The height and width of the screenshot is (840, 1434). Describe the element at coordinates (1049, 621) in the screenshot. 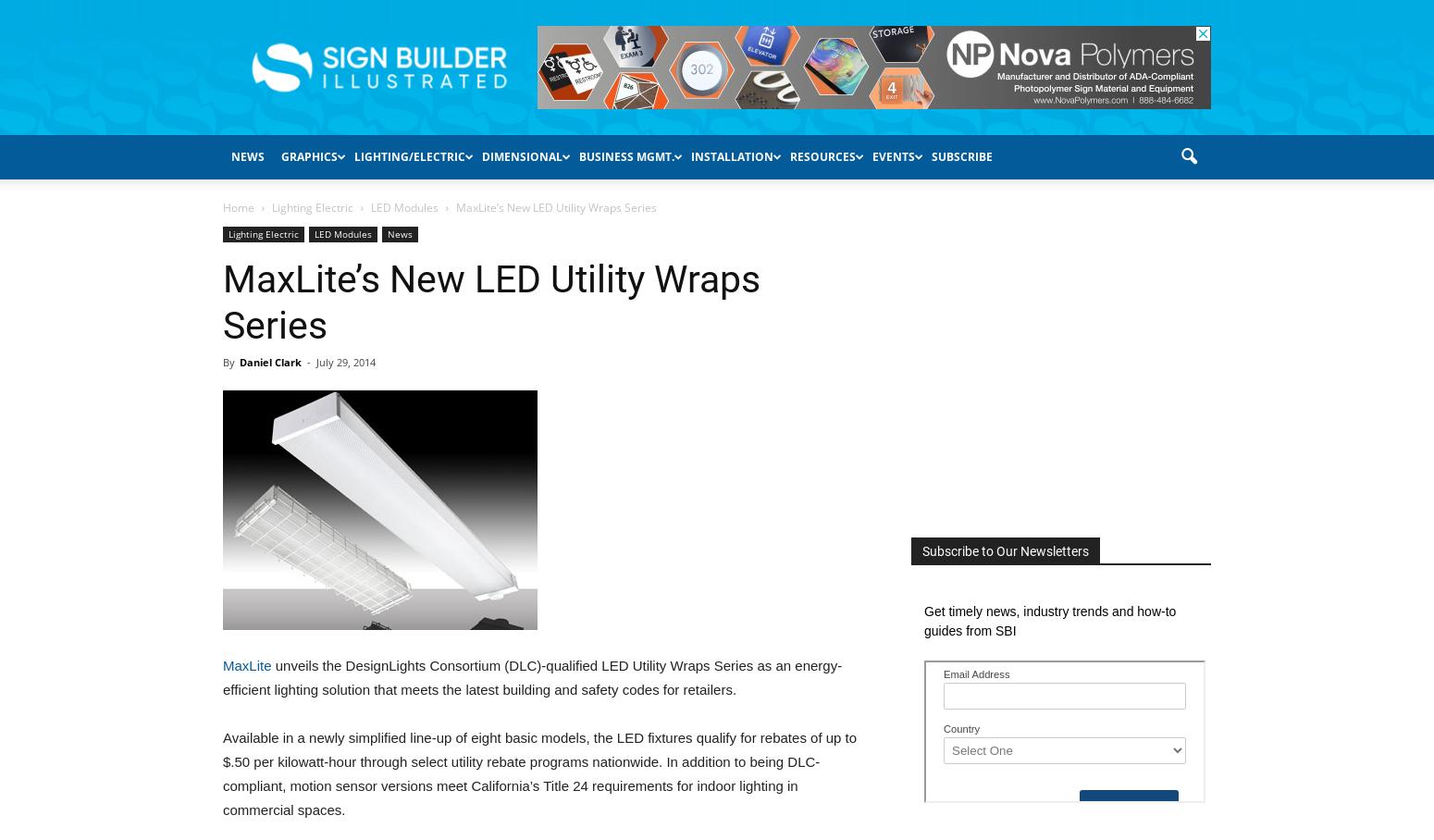

I see `'Get timely news, industry trends and how-to guides from SBI'` at that location.